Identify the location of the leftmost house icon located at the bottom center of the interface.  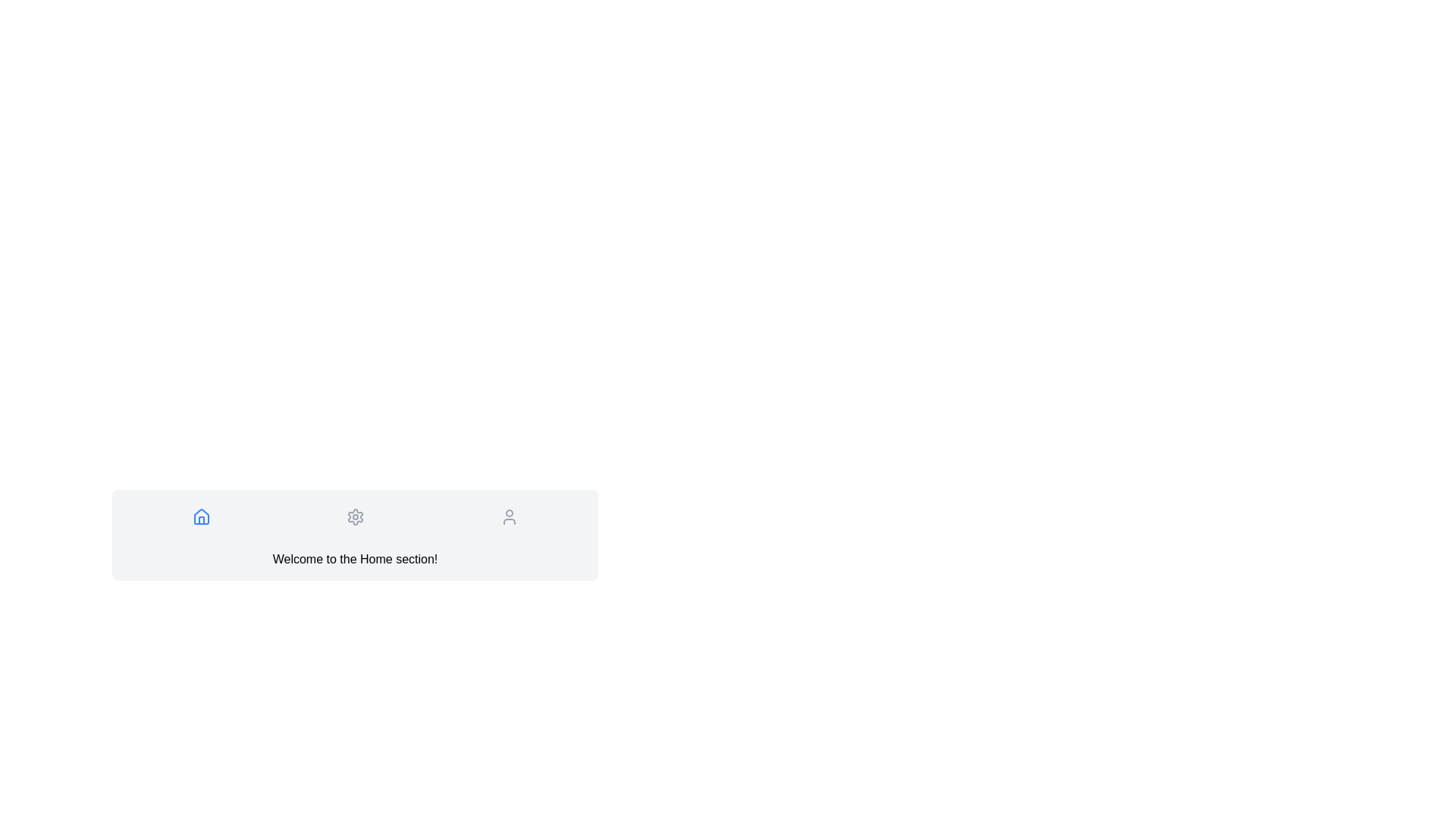
(200, 519).